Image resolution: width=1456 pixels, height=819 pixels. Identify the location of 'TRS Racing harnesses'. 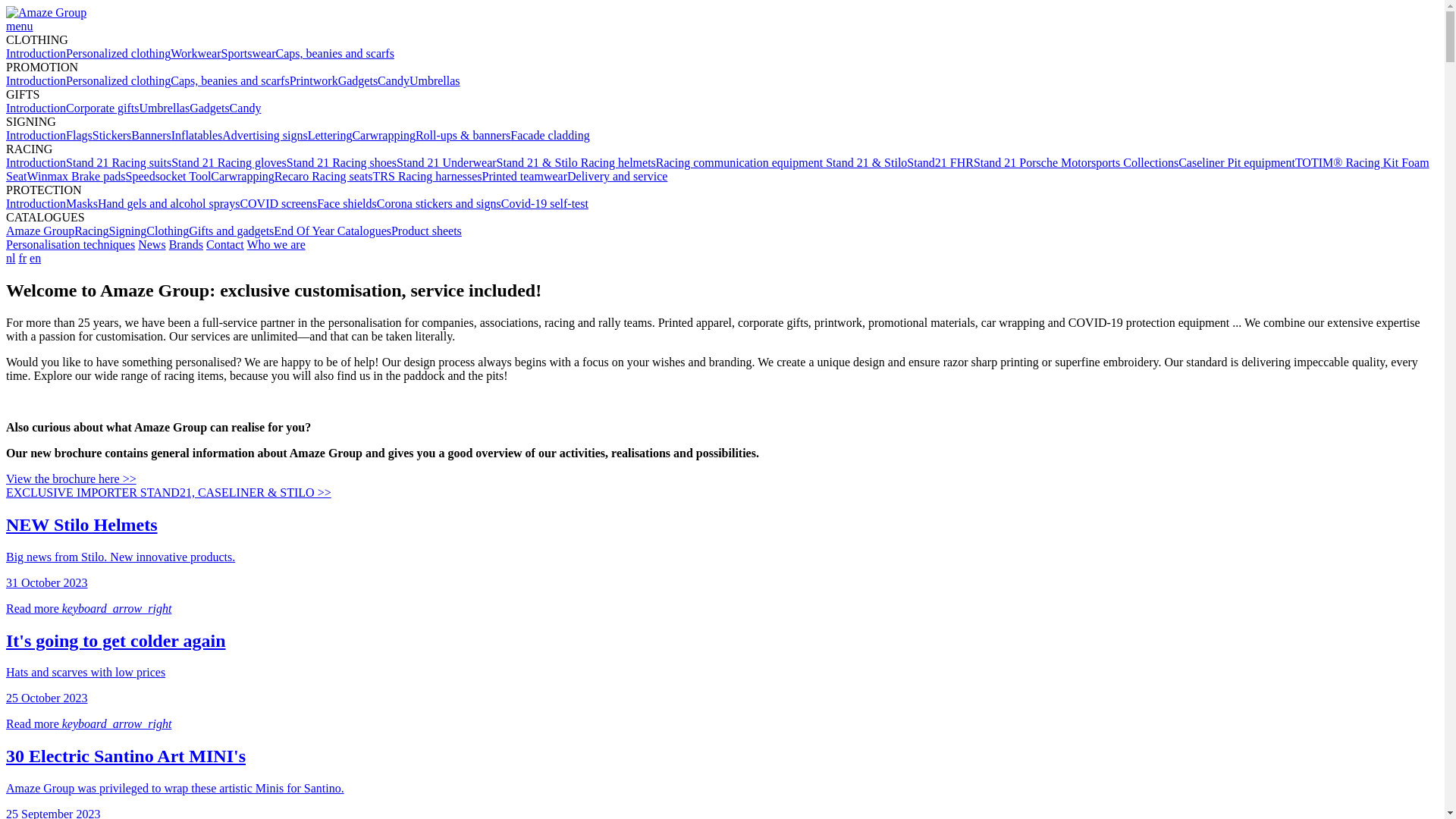
(372, 175).